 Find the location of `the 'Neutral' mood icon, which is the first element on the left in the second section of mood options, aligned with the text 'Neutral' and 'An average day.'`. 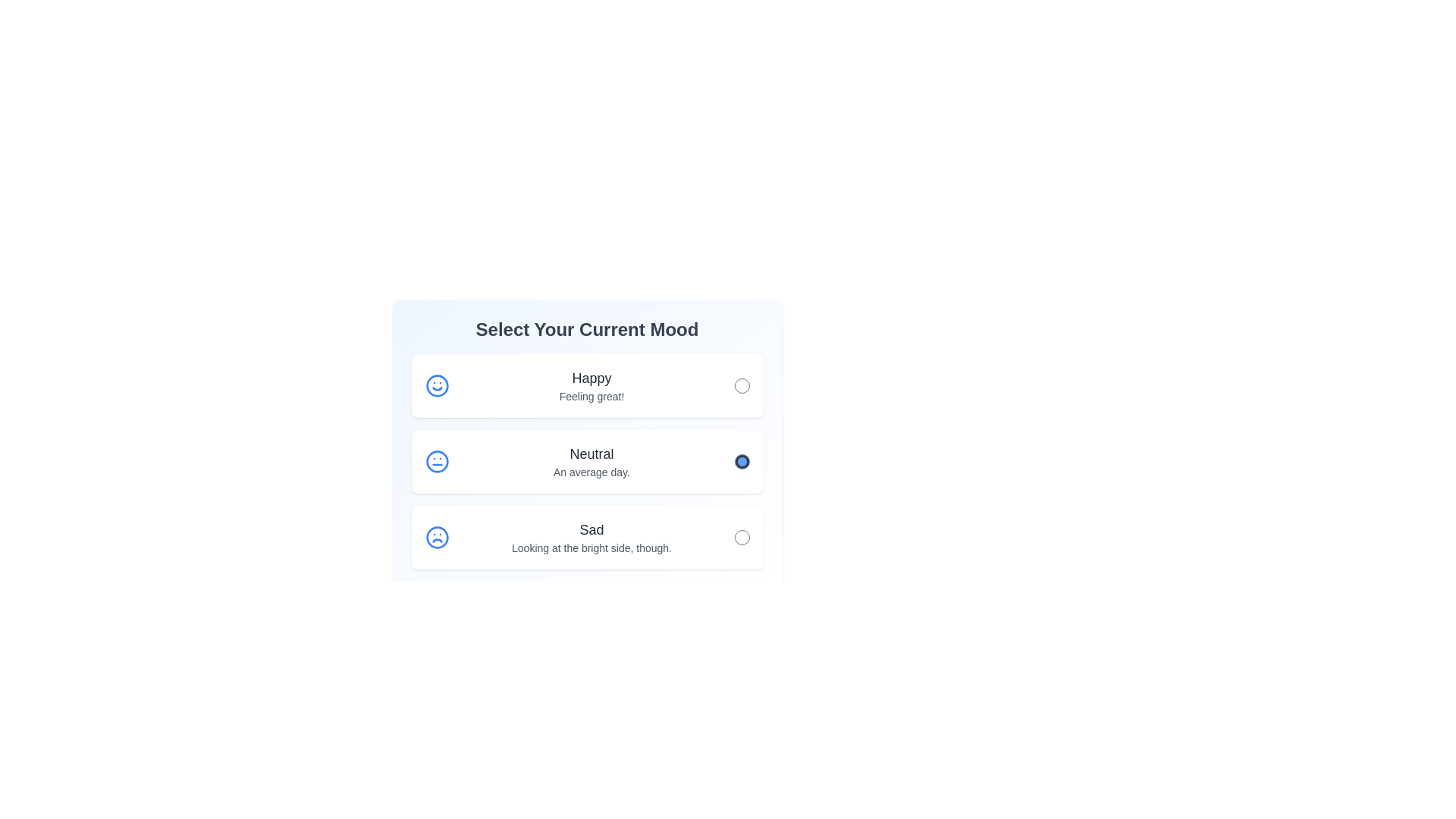

the 'Neutral' mood icon, which is the first element on the left in the second section of mood options, aligned with the text 'Neutral' and 'An average day.' is located at coordinates (436, 461).